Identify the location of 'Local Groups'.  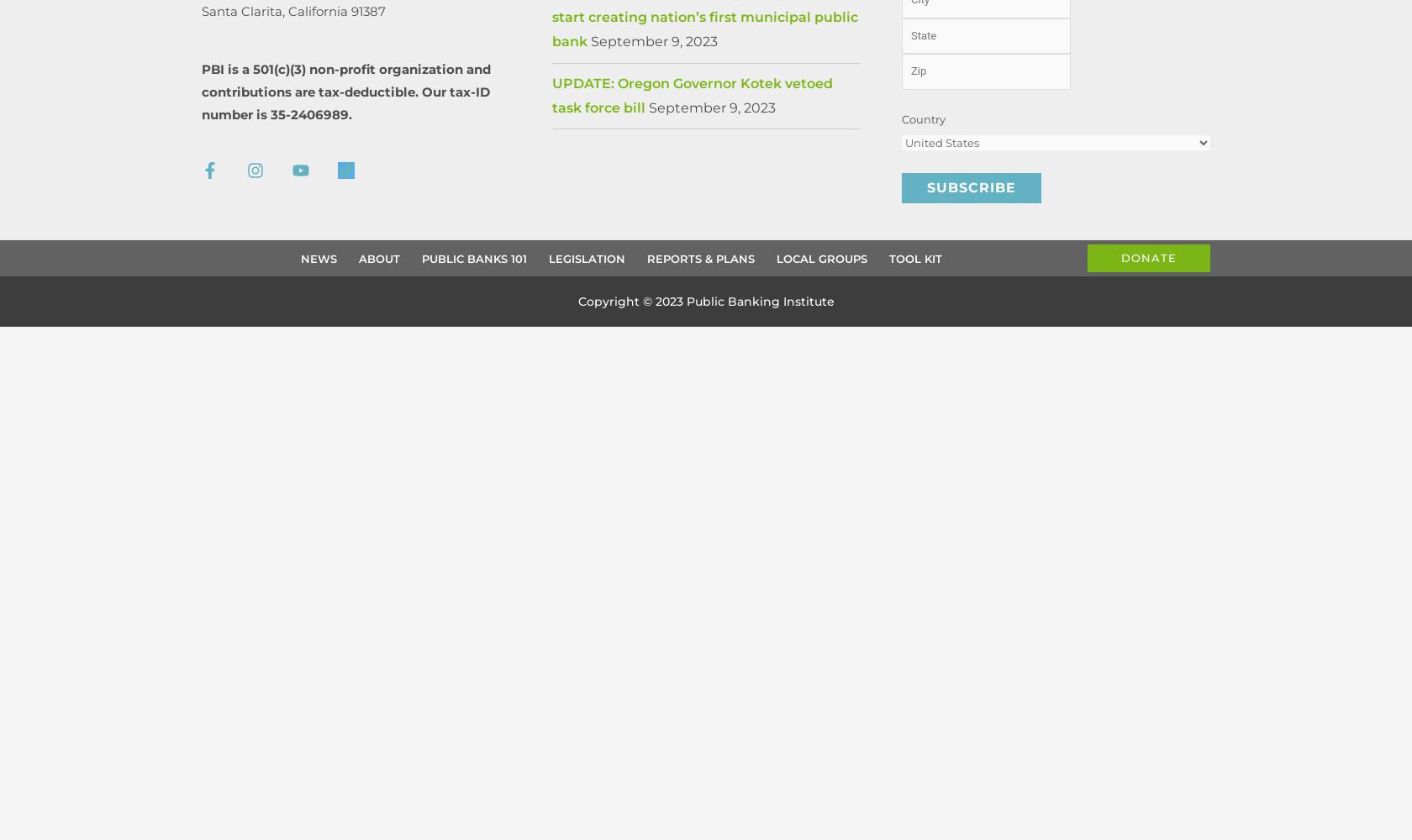
(821, 258).